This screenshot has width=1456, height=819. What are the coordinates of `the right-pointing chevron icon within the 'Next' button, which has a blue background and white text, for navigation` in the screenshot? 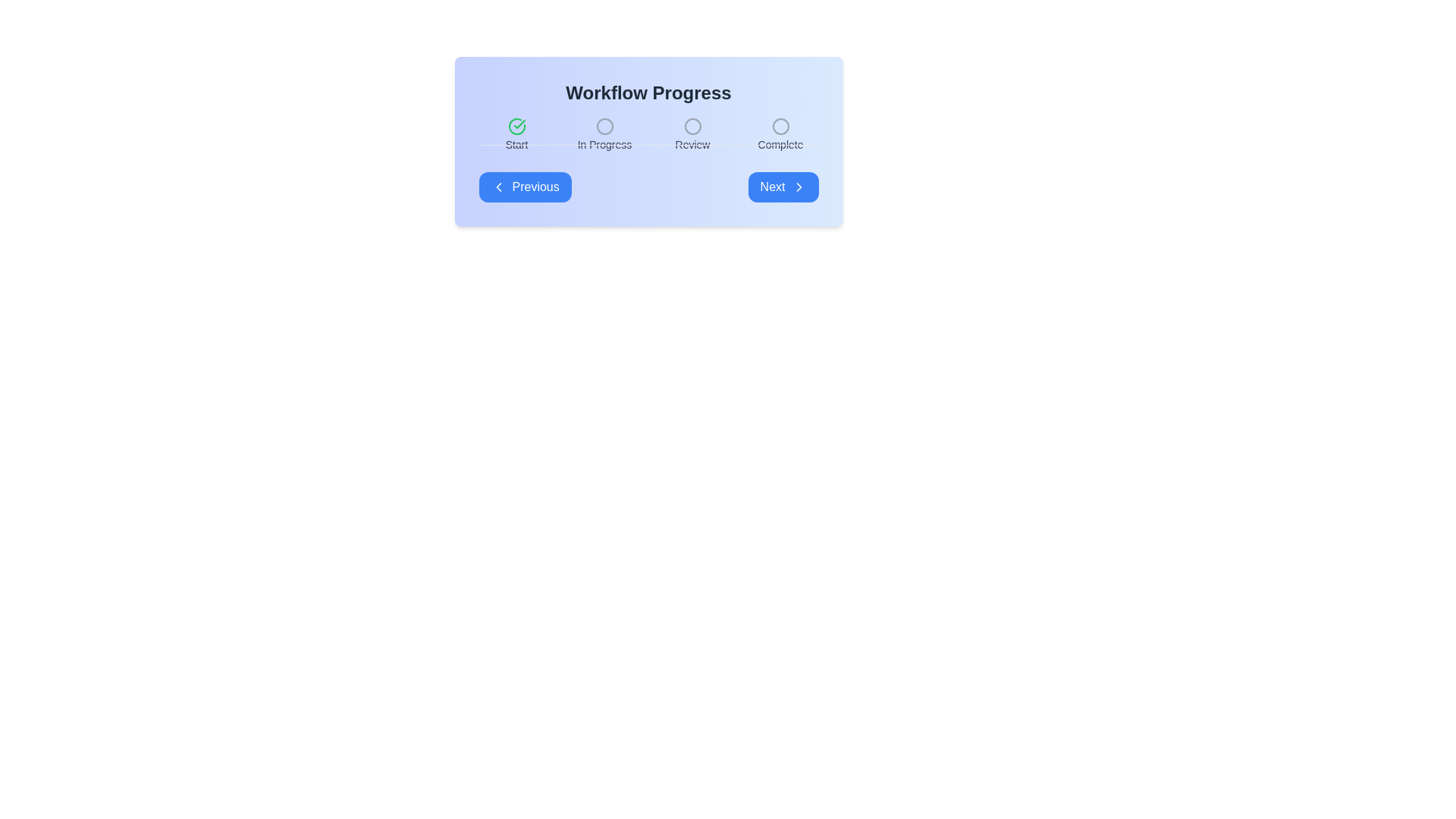 It's located at (798, 186).